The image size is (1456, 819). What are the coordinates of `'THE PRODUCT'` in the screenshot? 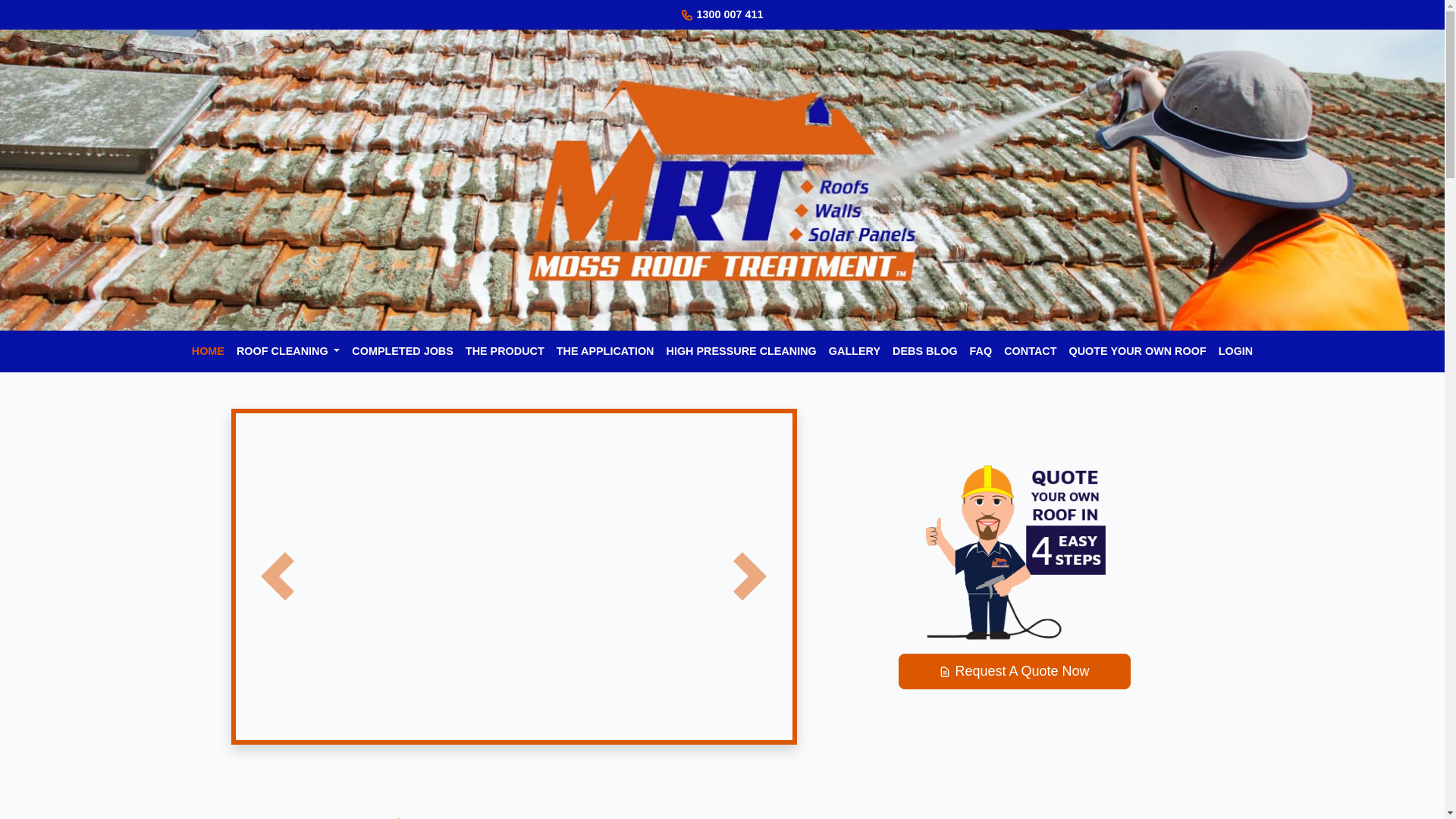 It's located at (458, 351).